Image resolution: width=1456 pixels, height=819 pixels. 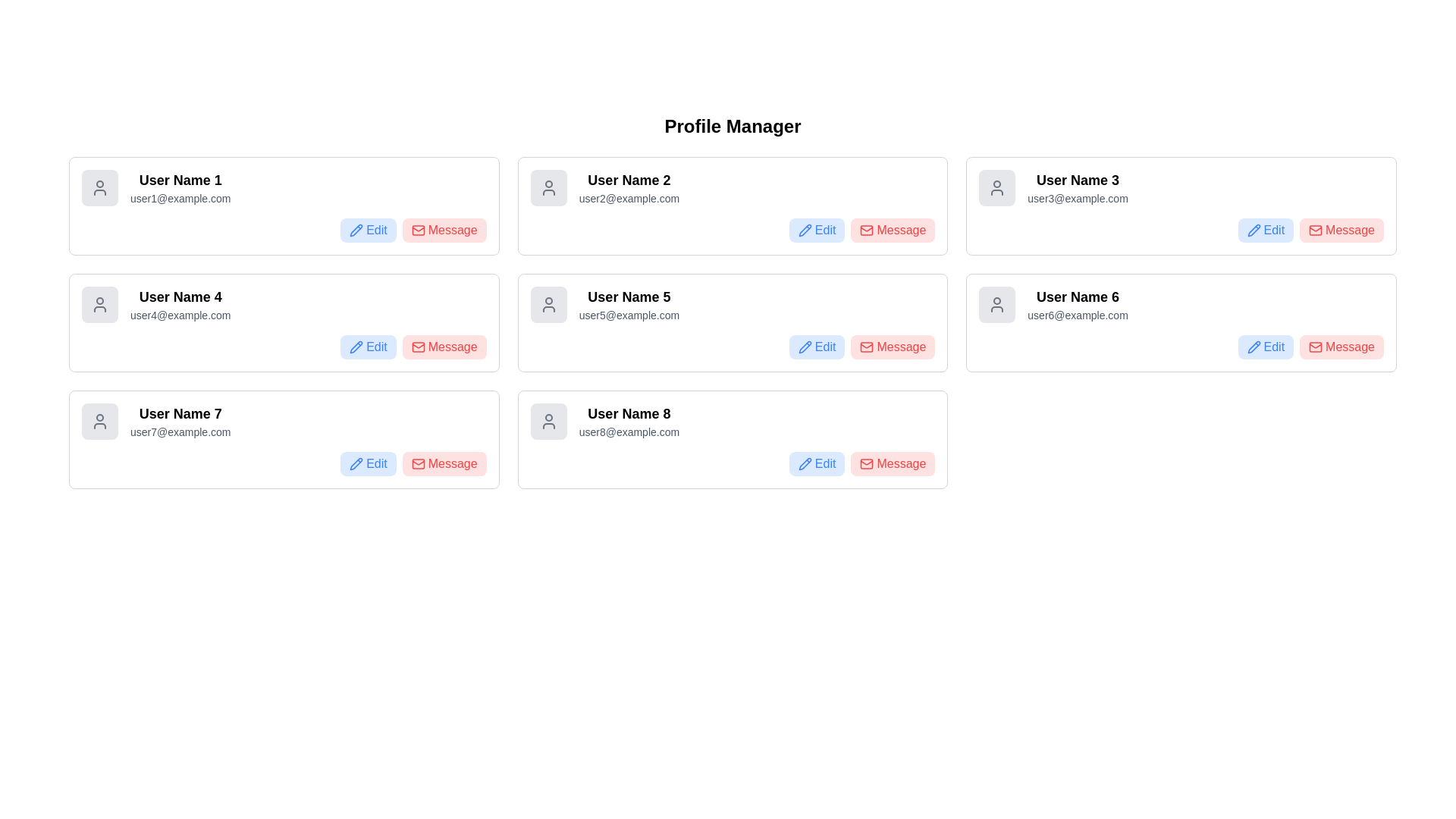 I want to click on the Profile Card, which is the second element in the first row of the grid layout, so click(x=733, y=206).